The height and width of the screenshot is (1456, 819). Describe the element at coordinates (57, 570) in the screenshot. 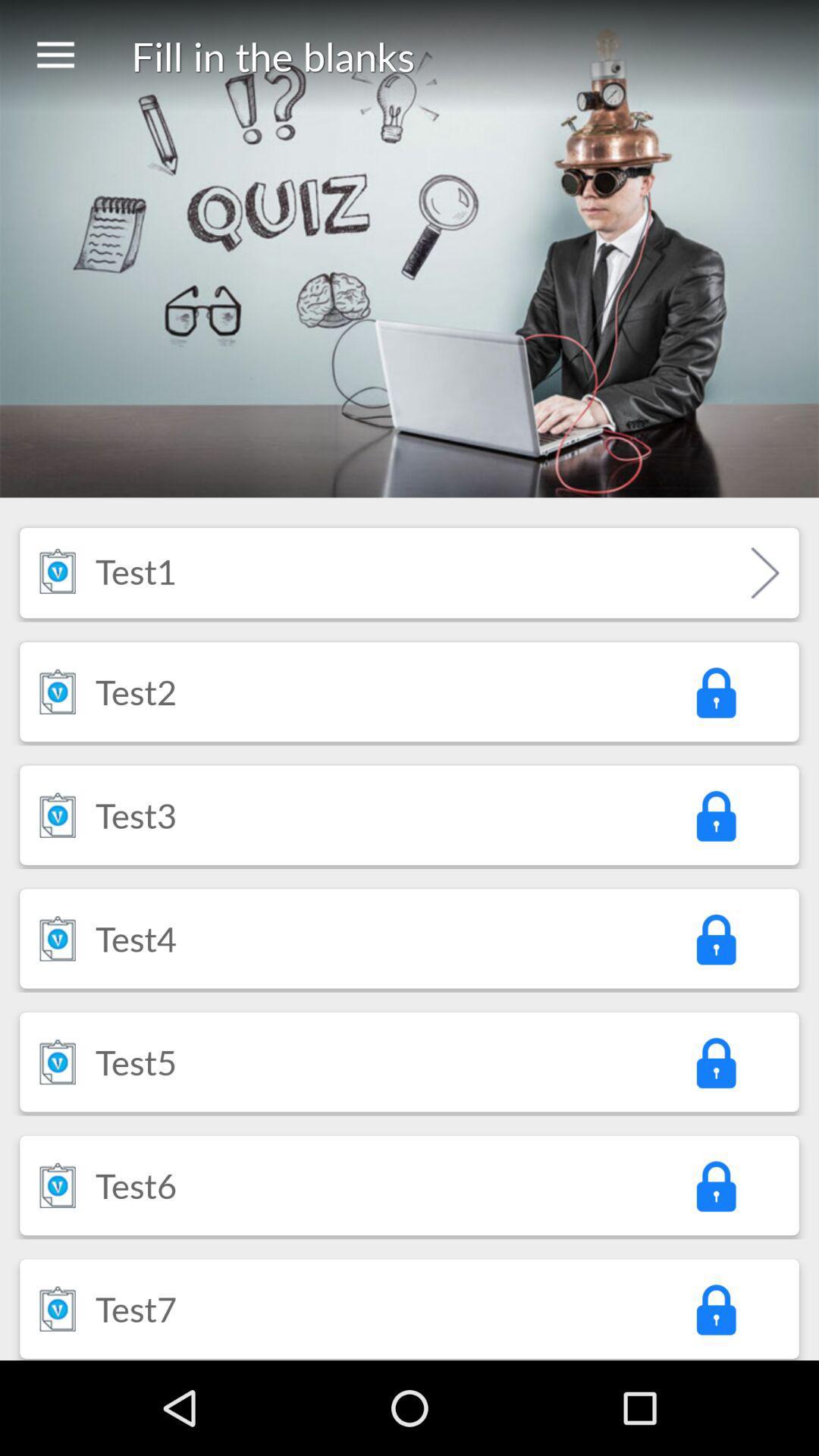

I see `item to the left of test1` at that location.